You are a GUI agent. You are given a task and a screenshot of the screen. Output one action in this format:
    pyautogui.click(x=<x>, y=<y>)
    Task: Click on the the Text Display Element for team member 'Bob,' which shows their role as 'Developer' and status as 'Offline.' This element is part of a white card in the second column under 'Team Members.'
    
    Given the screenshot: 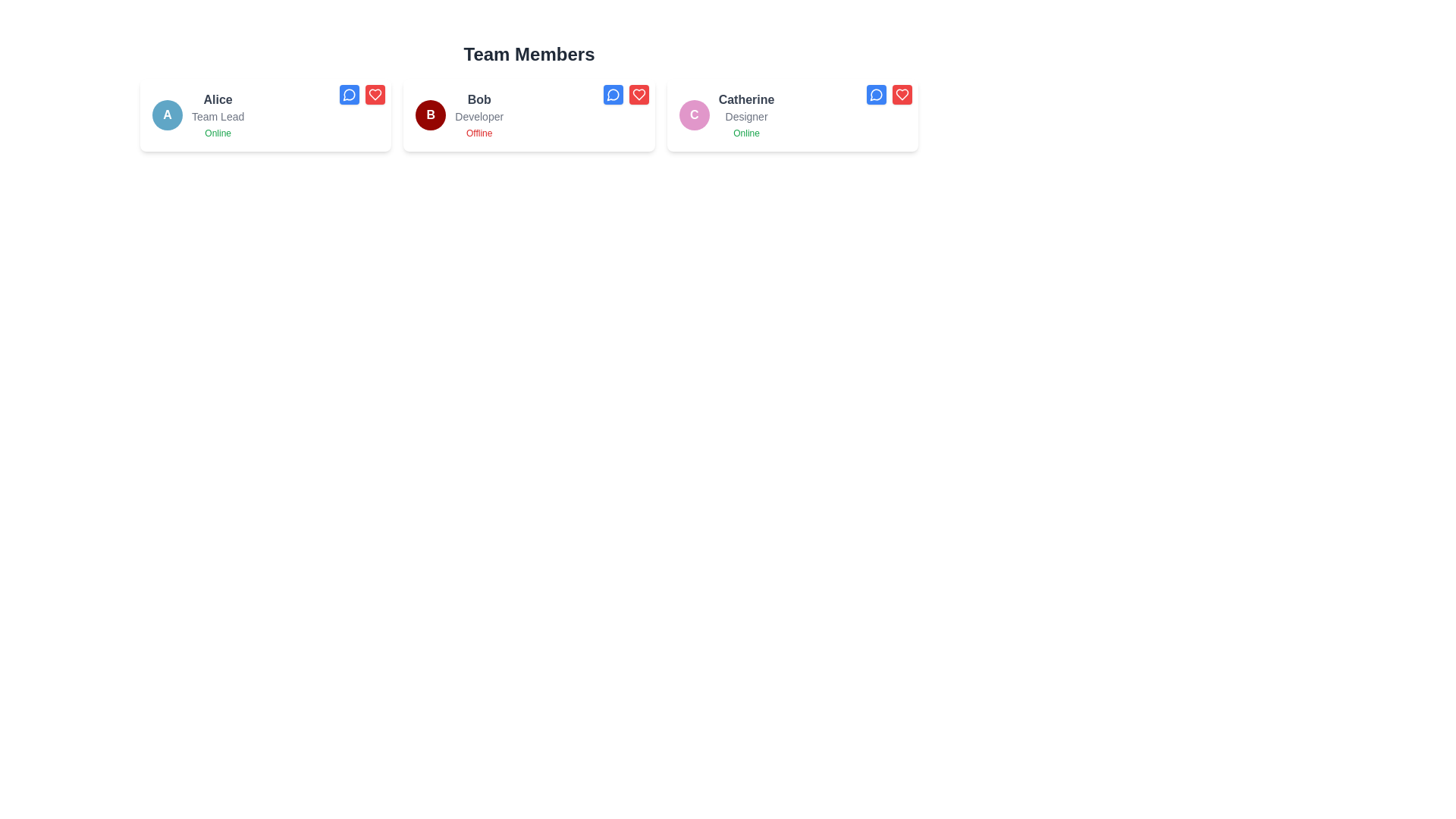 What is the action you would take?
    pyautogui.click(x=479, y=114)
    